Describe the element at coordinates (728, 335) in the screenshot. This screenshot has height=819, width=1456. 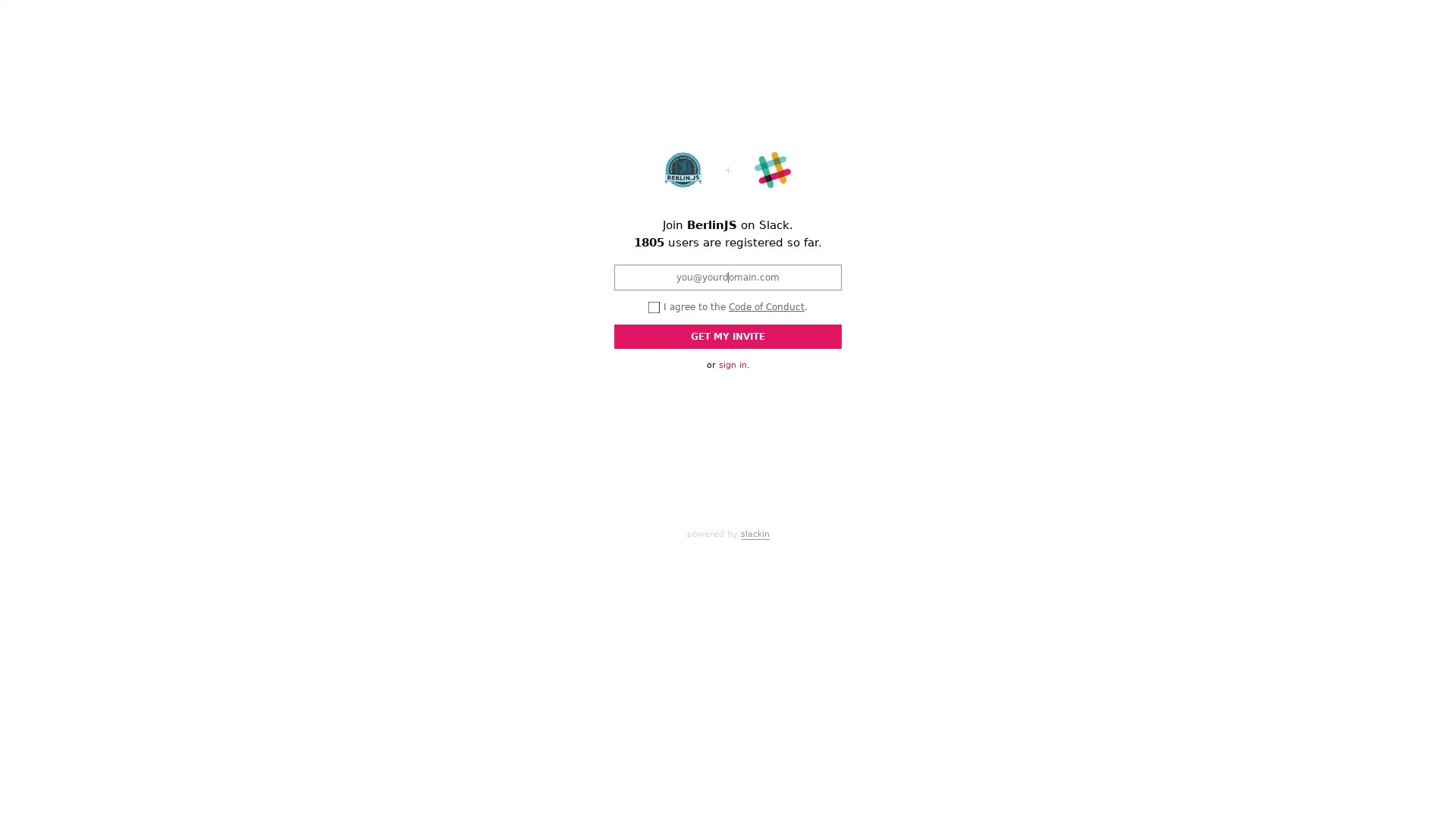
I see `GET MY INVITE` at that location.